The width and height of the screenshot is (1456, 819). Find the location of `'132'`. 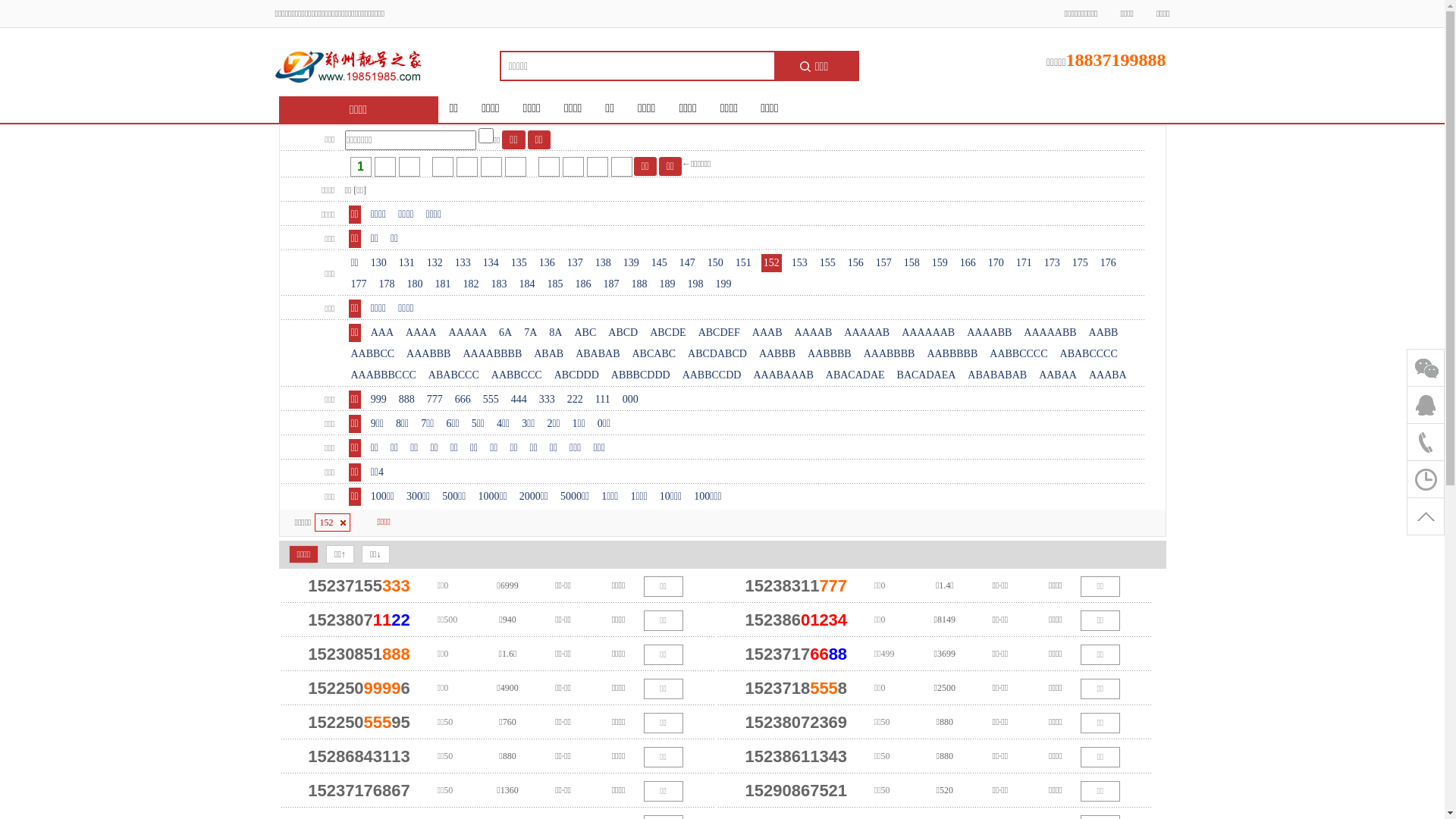

'132' is located at coordinates (434, 262).